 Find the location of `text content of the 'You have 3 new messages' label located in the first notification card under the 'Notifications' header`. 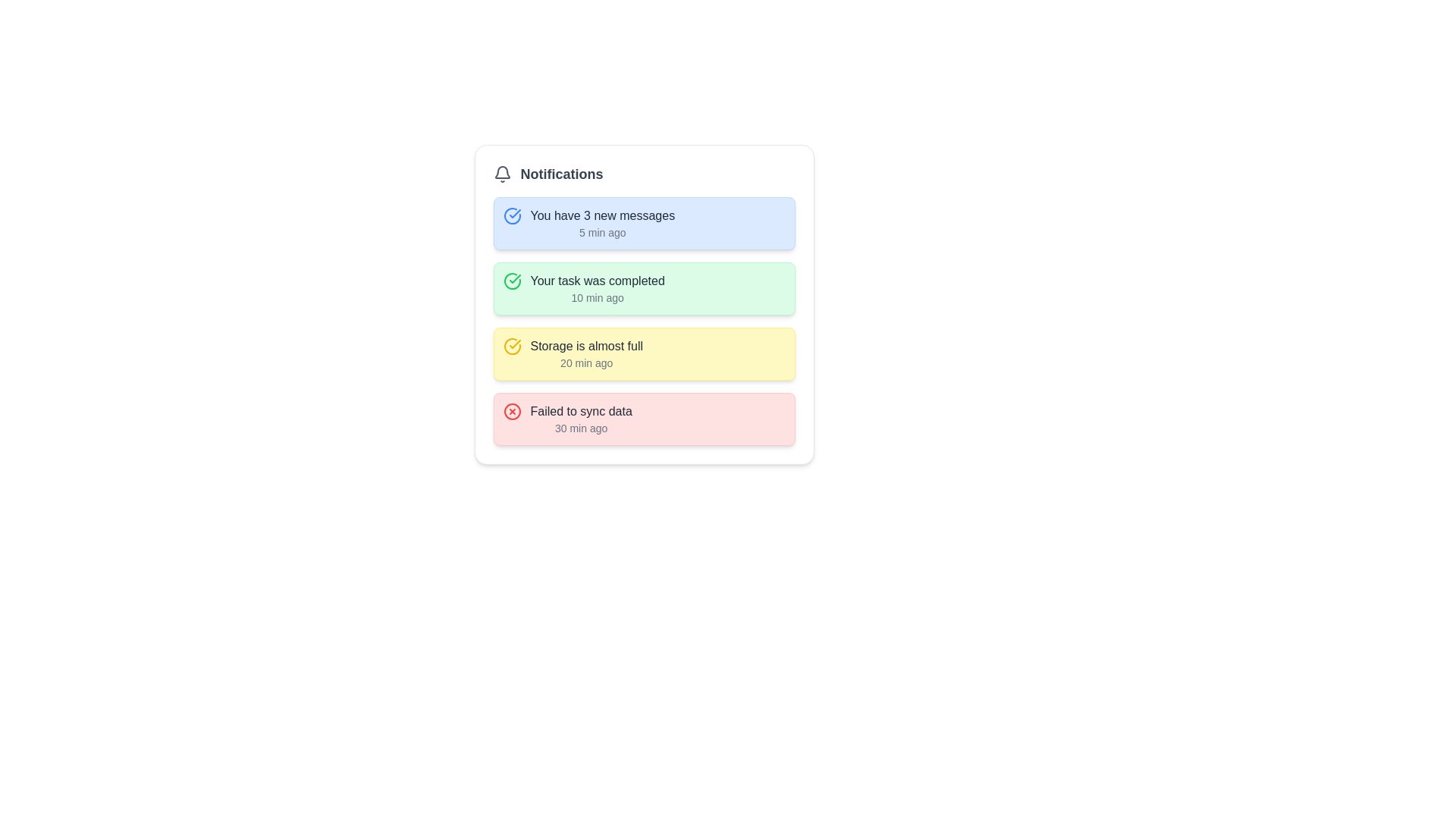

text content of the 'You have 3 new messages' label located in the first notification card under the 'Notifications' header is located at coordinates (601, 216).